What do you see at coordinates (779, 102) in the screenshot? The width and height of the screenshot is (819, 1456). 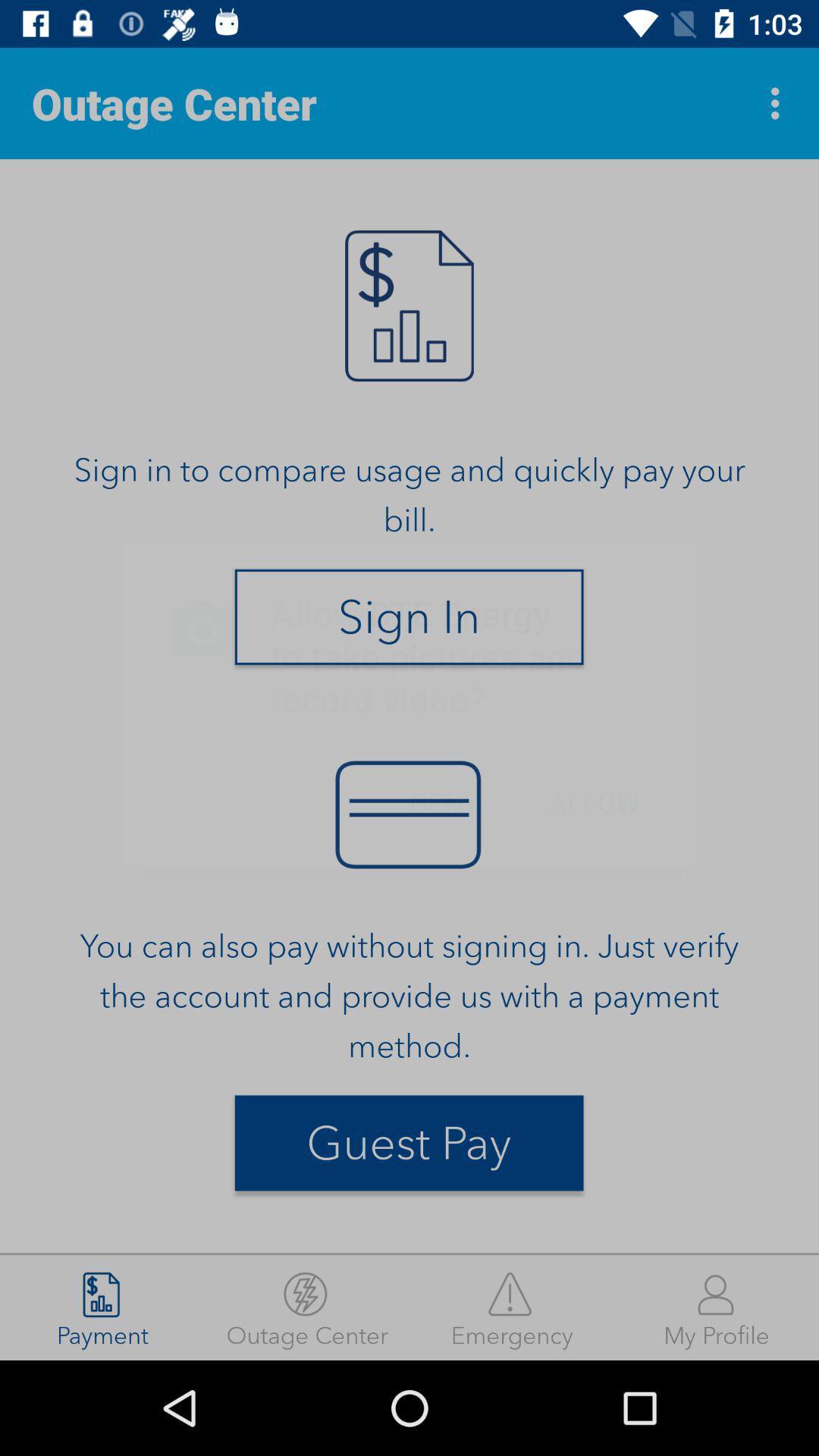 I see `the icon next to the outage center item` at bounding box center [779, 102].